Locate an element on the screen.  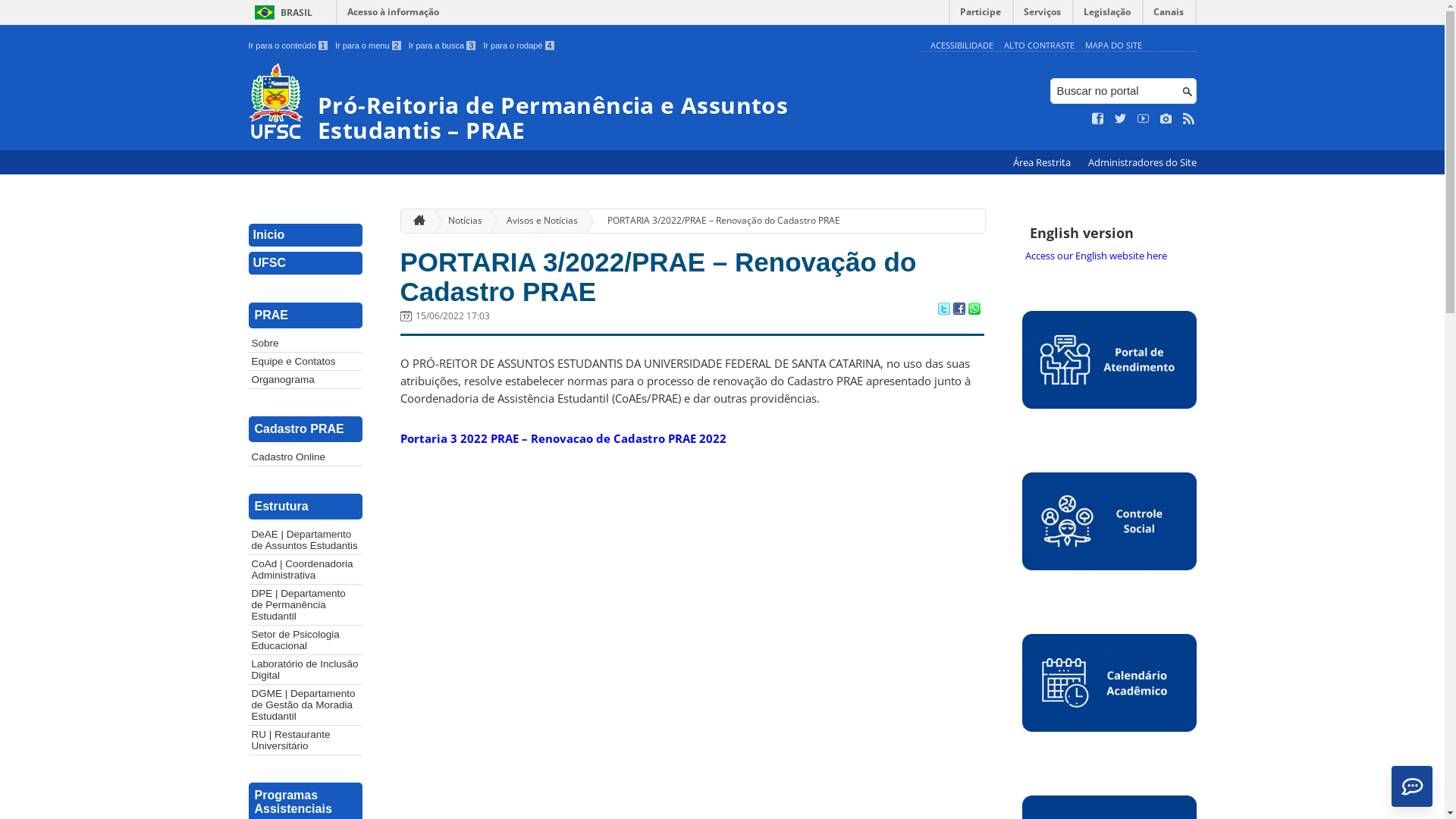
'Access our English website here' is located at coordinates (1109, 254).